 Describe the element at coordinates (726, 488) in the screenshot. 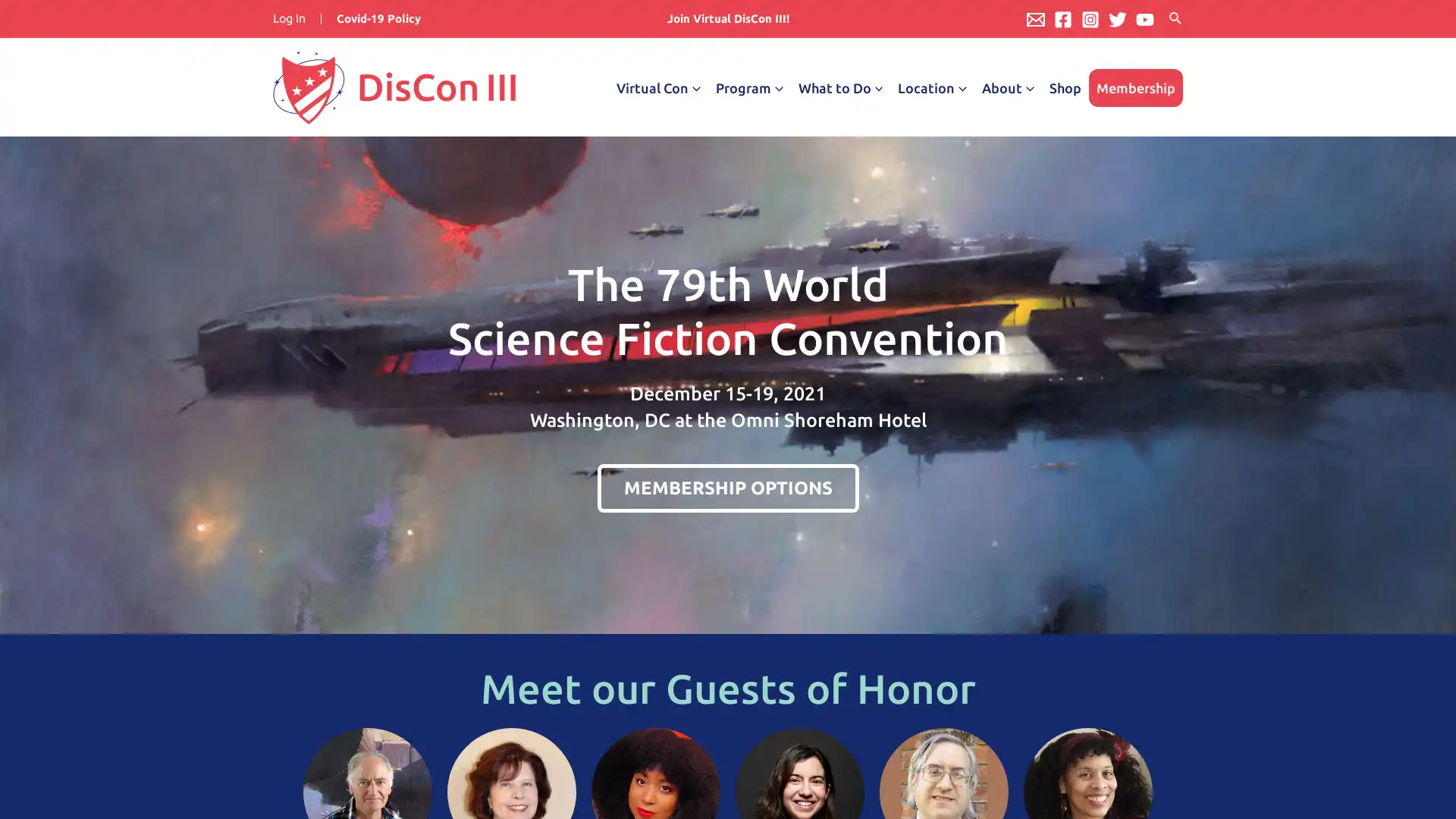

I see `MEMBERSHIP OPTIONS` at that location.